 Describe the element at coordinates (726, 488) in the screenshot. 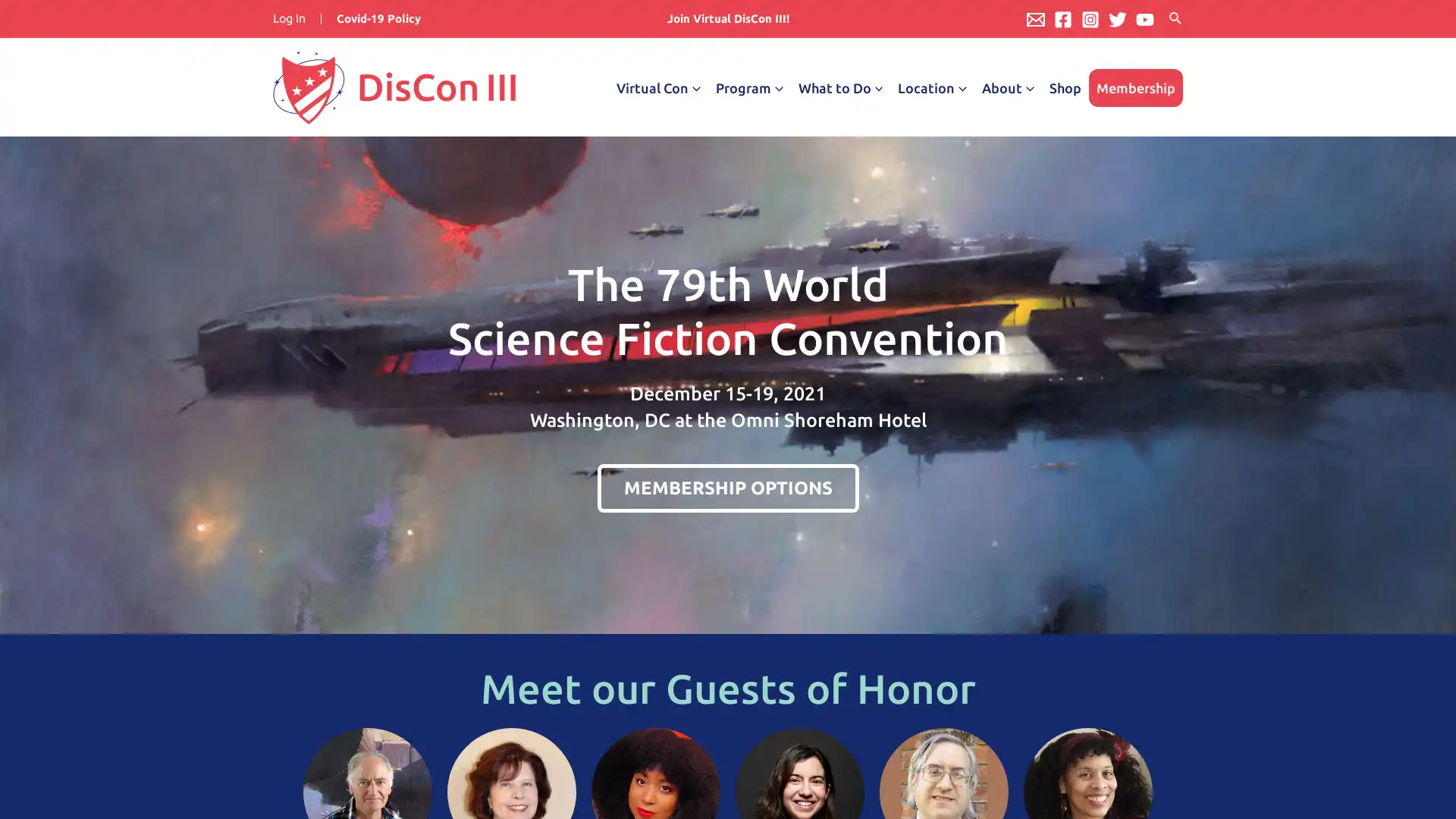

I see `MEMBERSHIP OPTIONS` at that location.